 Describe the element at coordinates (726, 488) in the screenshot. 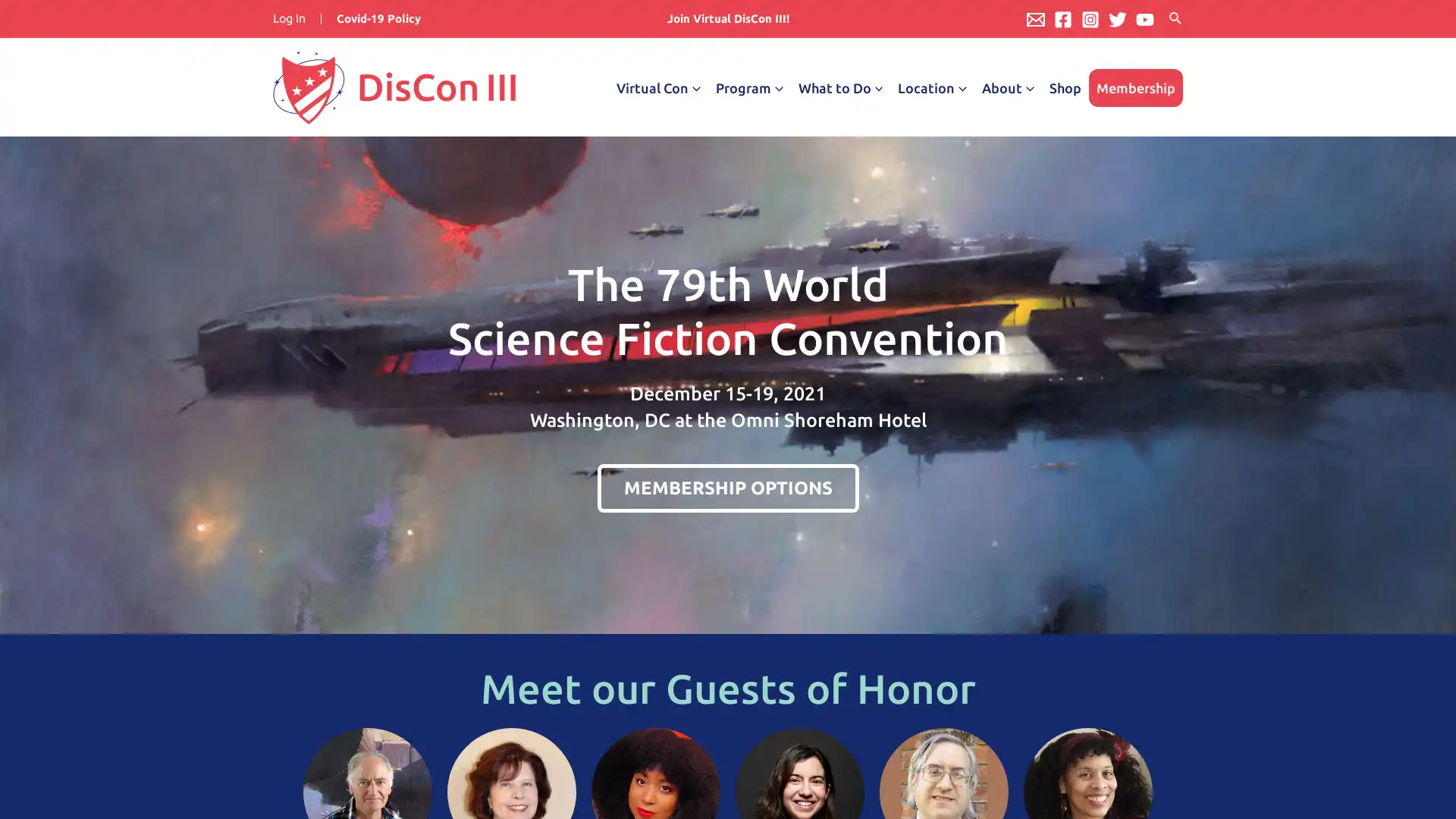

I see `MEMBERSHIP OPTIONS` at that location.